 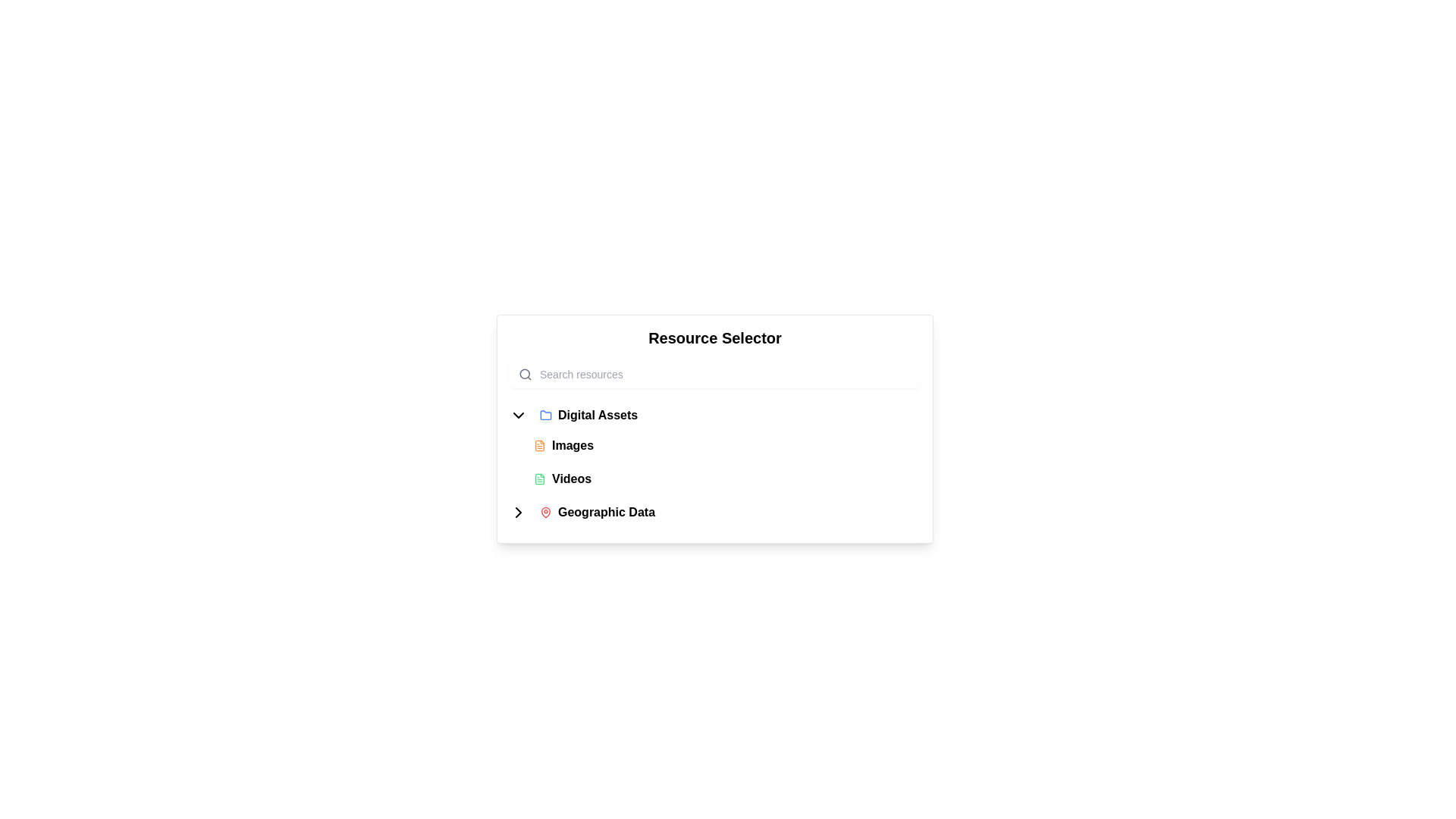 What do you see at coordinates (539, 444) in the screenshot?
I see `the 'Images' icon` at bounding box center [539, 444].